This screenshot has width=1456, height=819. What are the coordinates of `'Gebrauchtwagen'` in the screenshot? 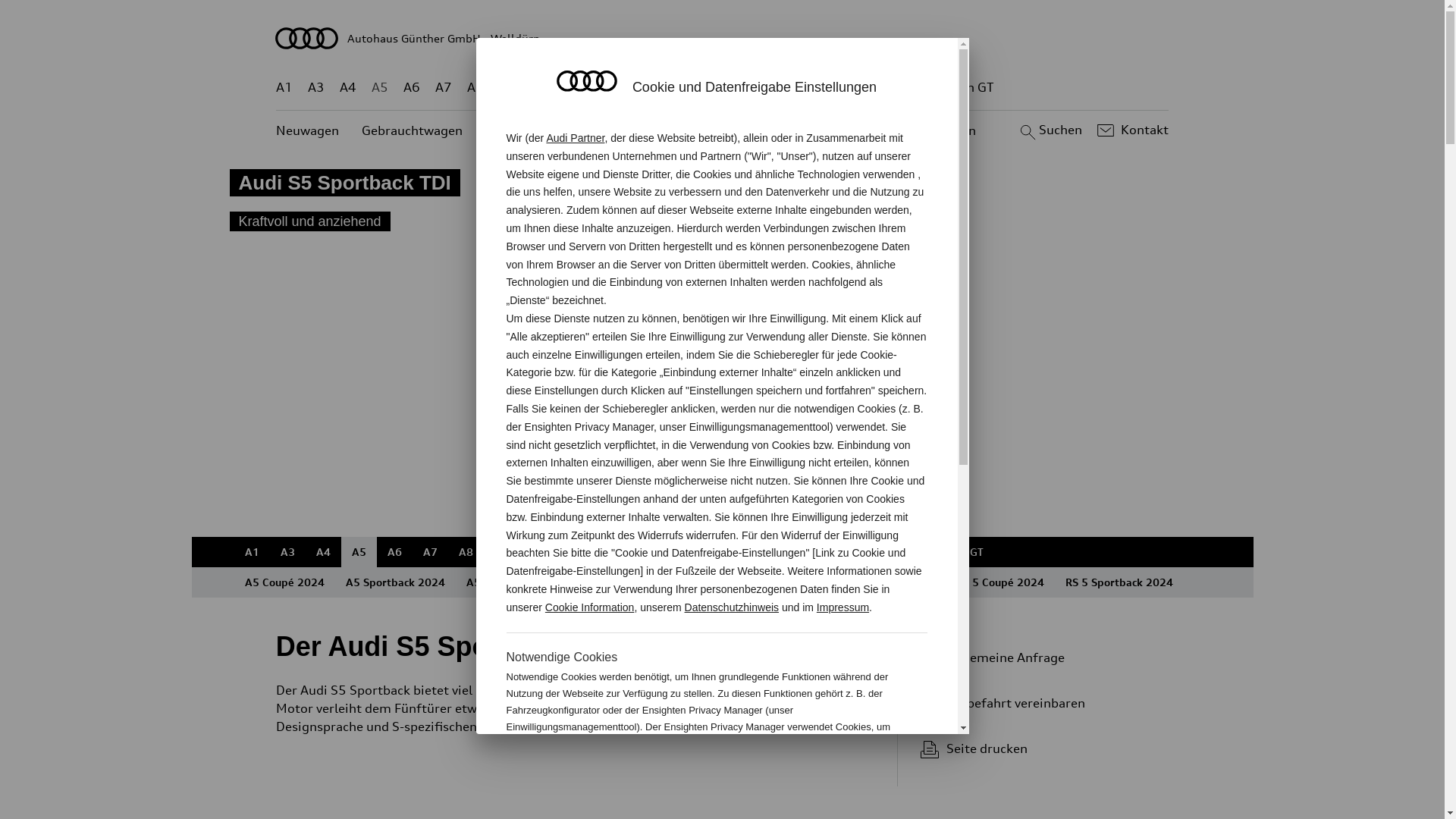 It's located at (412, 130).